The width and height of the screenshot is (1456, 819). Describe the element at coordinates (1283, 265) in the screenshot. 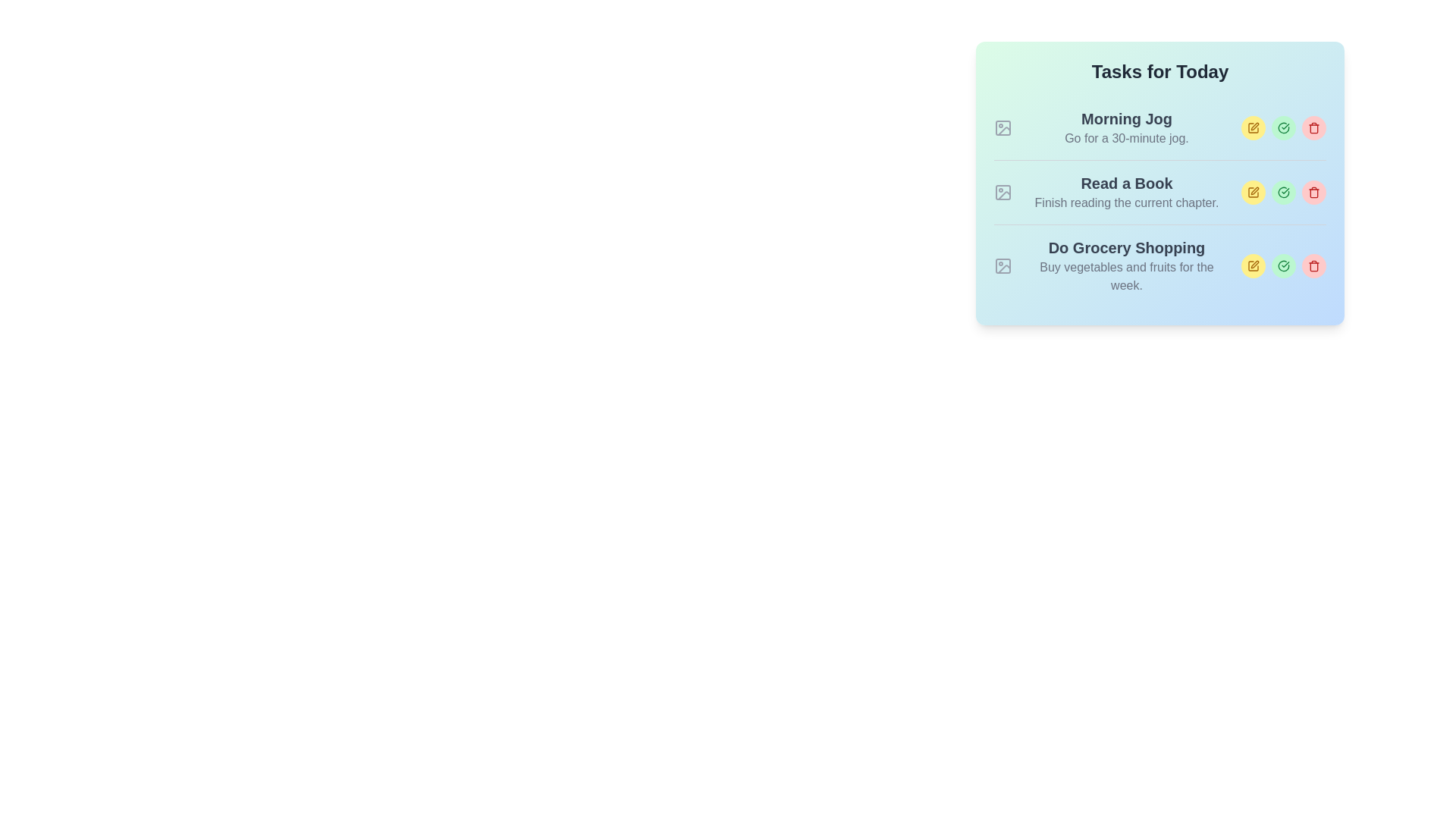

I see `the Icon button that marks the task 'Read a Book' as completed, located in the rightmost column of icons, specifically the middle item` at that location.